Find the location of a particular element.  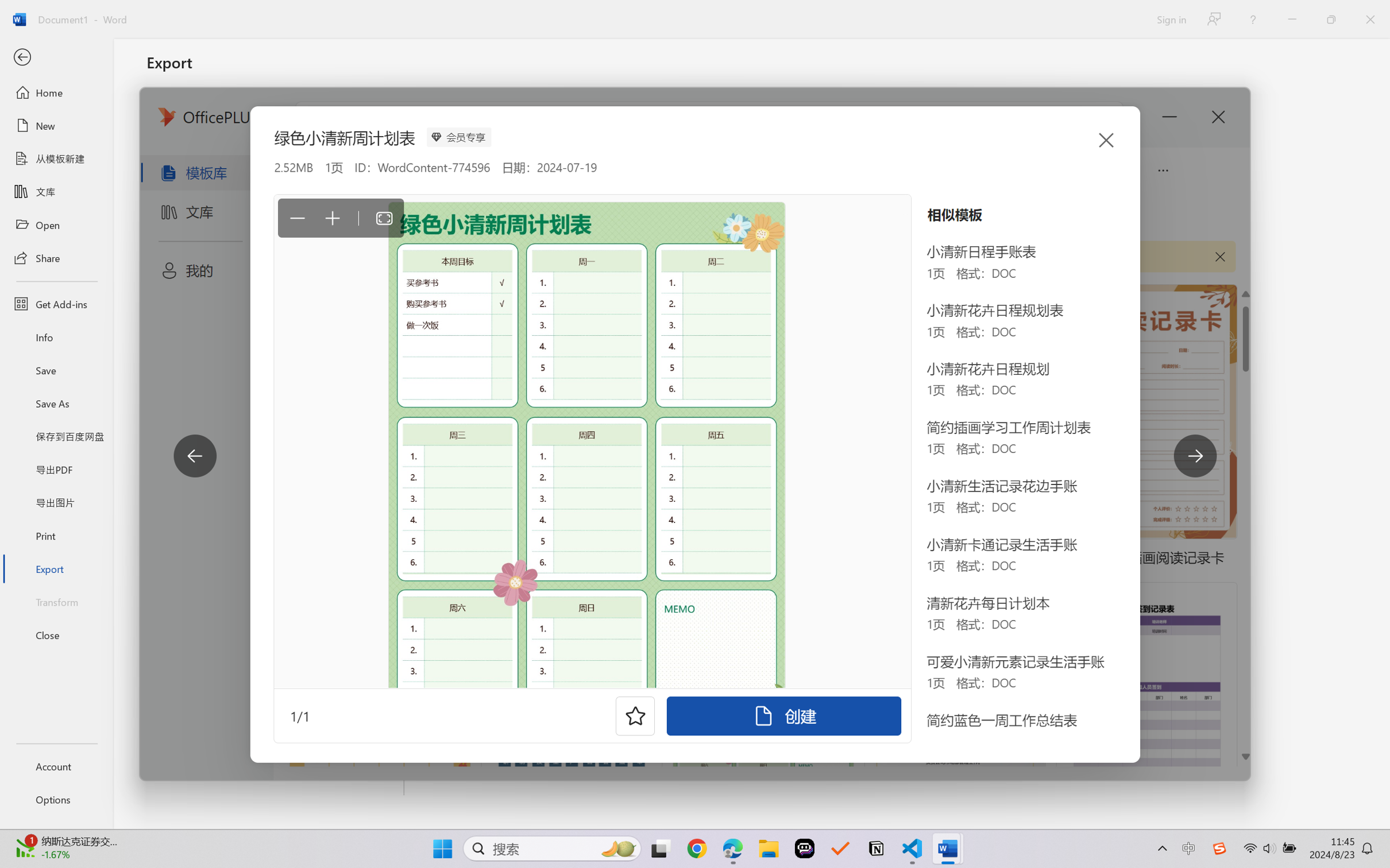

'Back' is located at coordinates (56, 57).